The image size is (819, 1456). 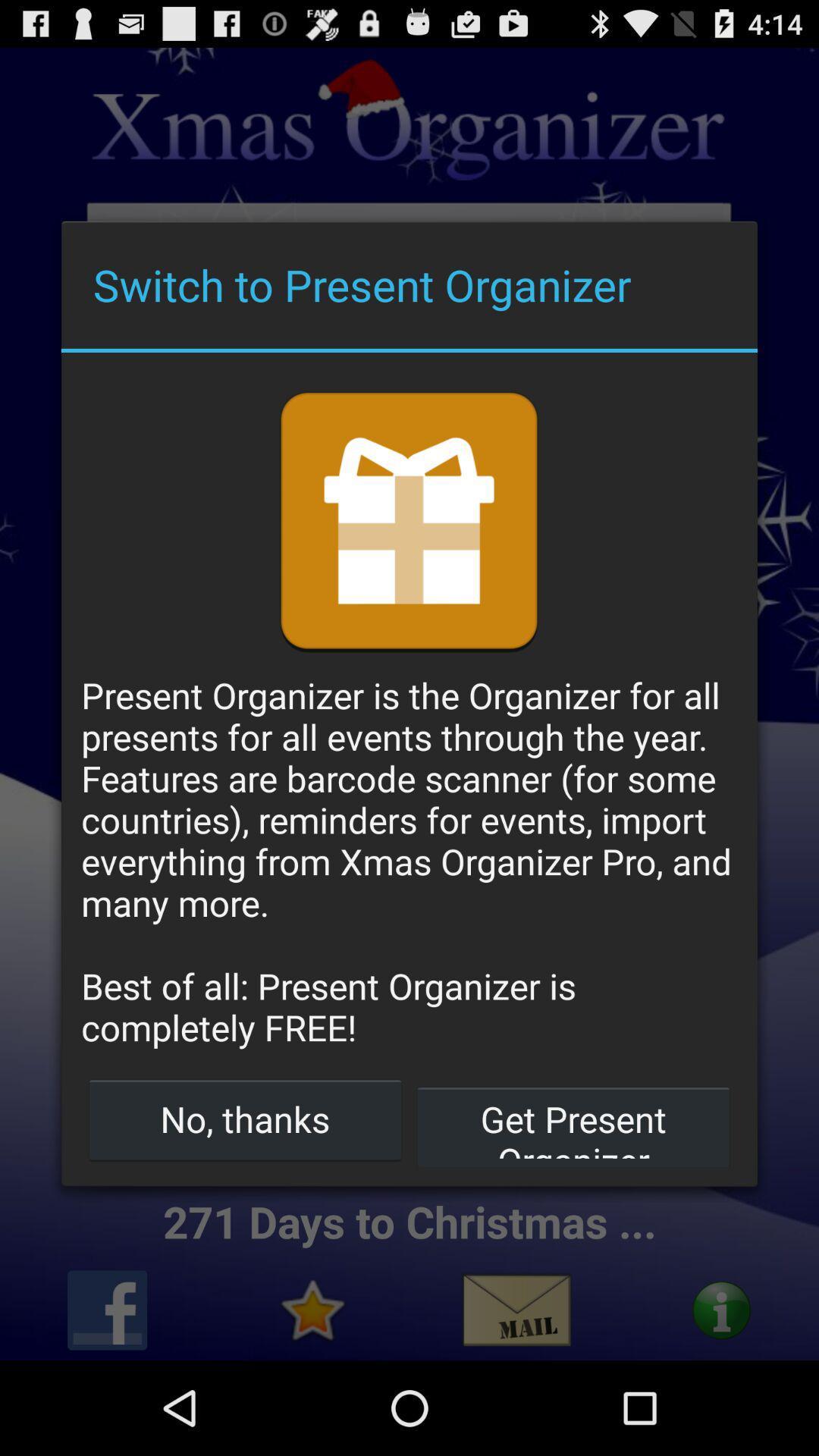 What do you see at coordinates (244, 1119) in the screenshot?
I see `icon at the bottom left corner` at bounding box center [244, 1119].